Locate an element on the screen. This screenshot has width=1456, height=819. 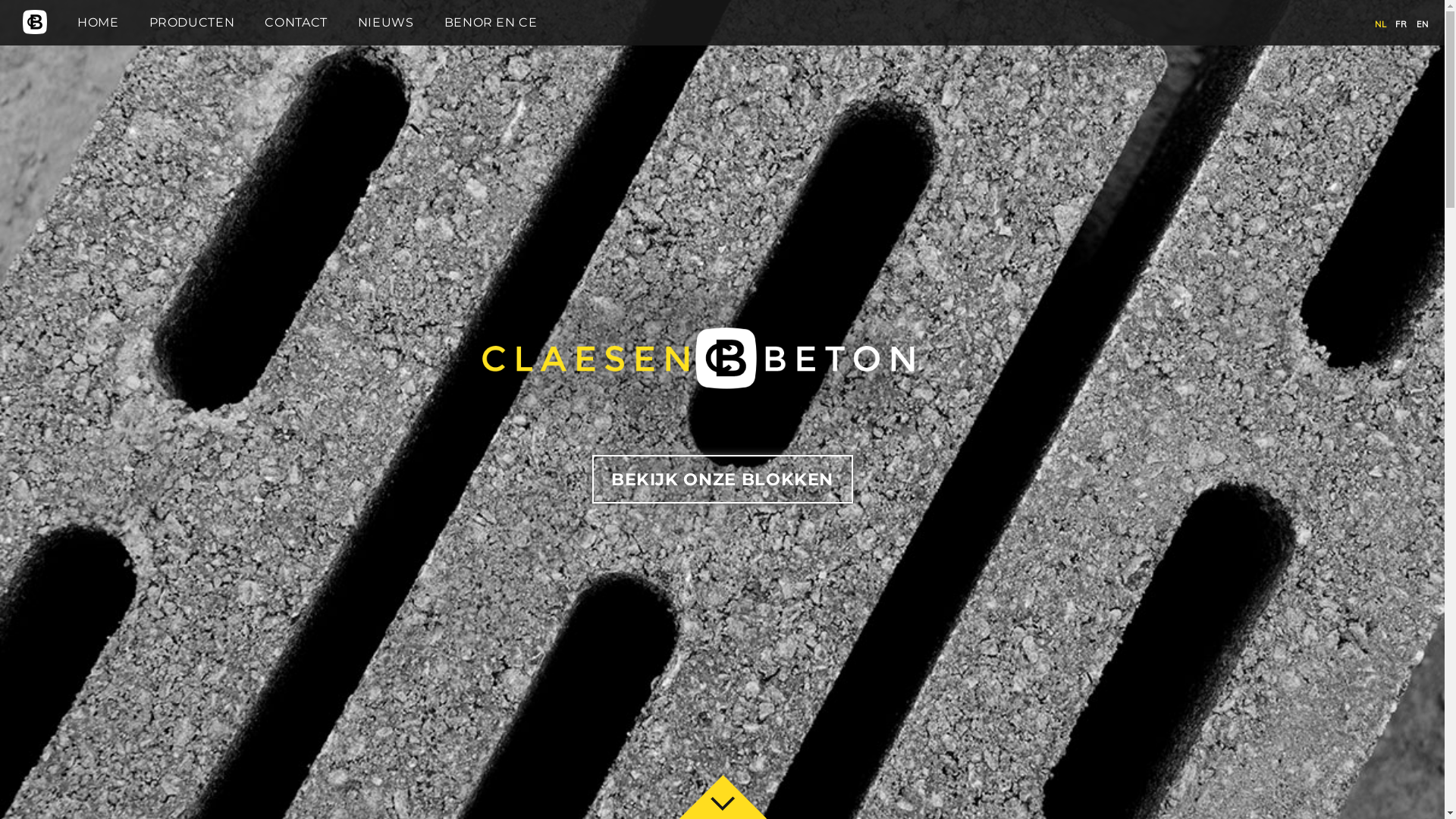
'EN' is located at coordinates (1415, 24).